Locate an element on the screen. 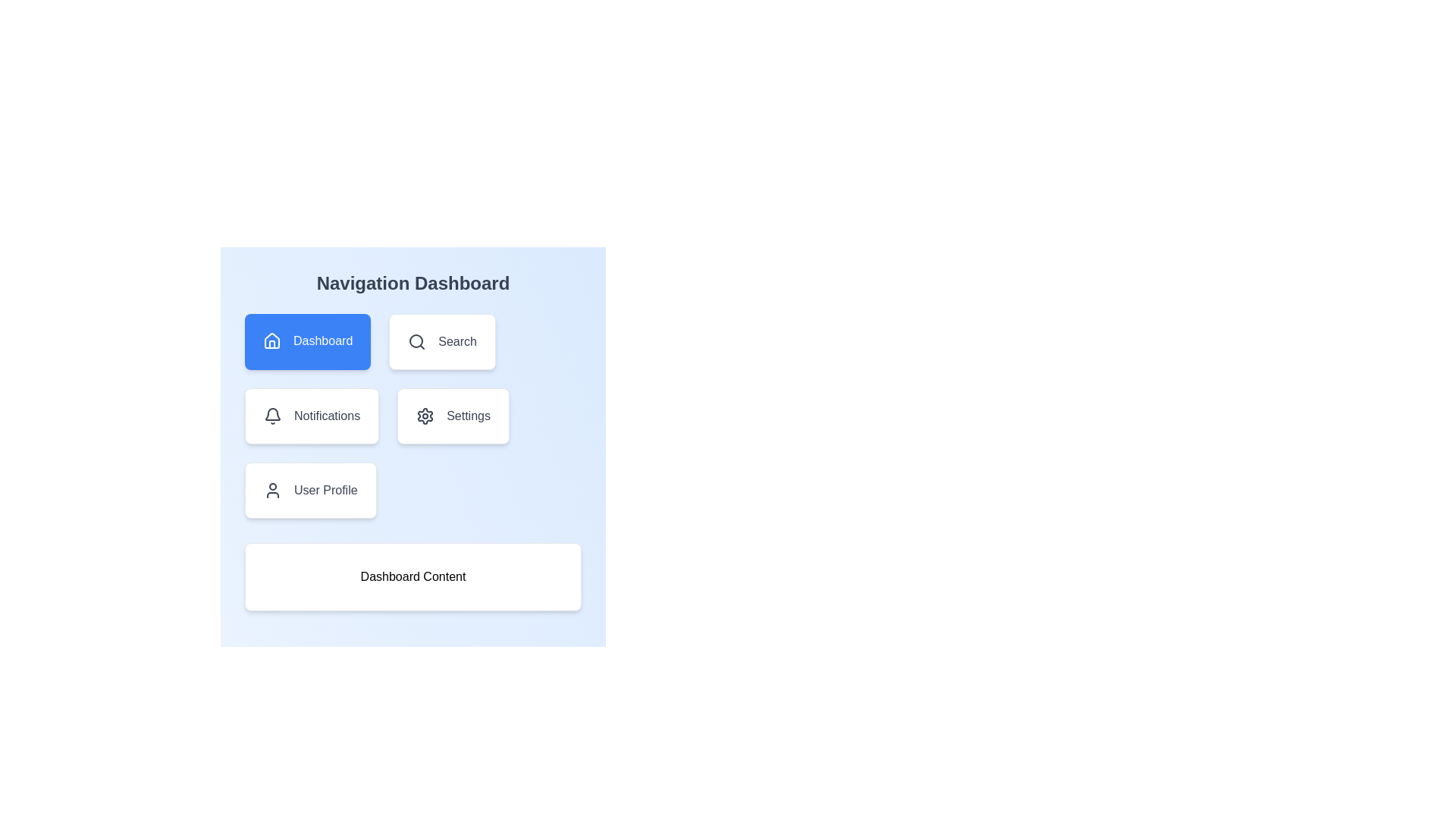 The width and height of the screenshot is (1456, 819). the house-shaped icon with a minimalist design located within the 'Dashboard' button in the 'Navigation Dashboard' interface is located at coordinates (272, 341).